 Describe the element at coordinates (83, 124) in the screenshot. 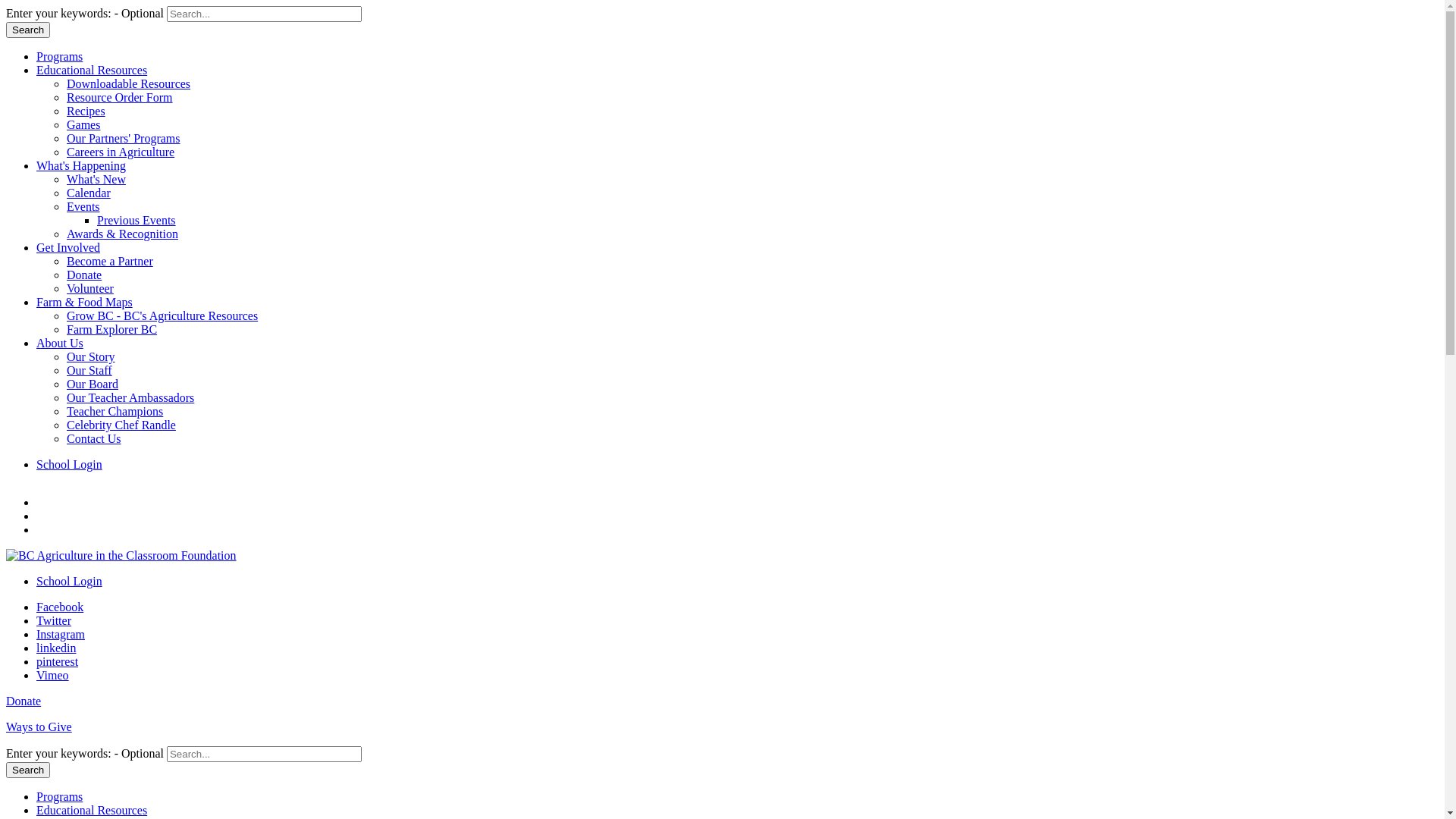

I see `'Games'` at that location.